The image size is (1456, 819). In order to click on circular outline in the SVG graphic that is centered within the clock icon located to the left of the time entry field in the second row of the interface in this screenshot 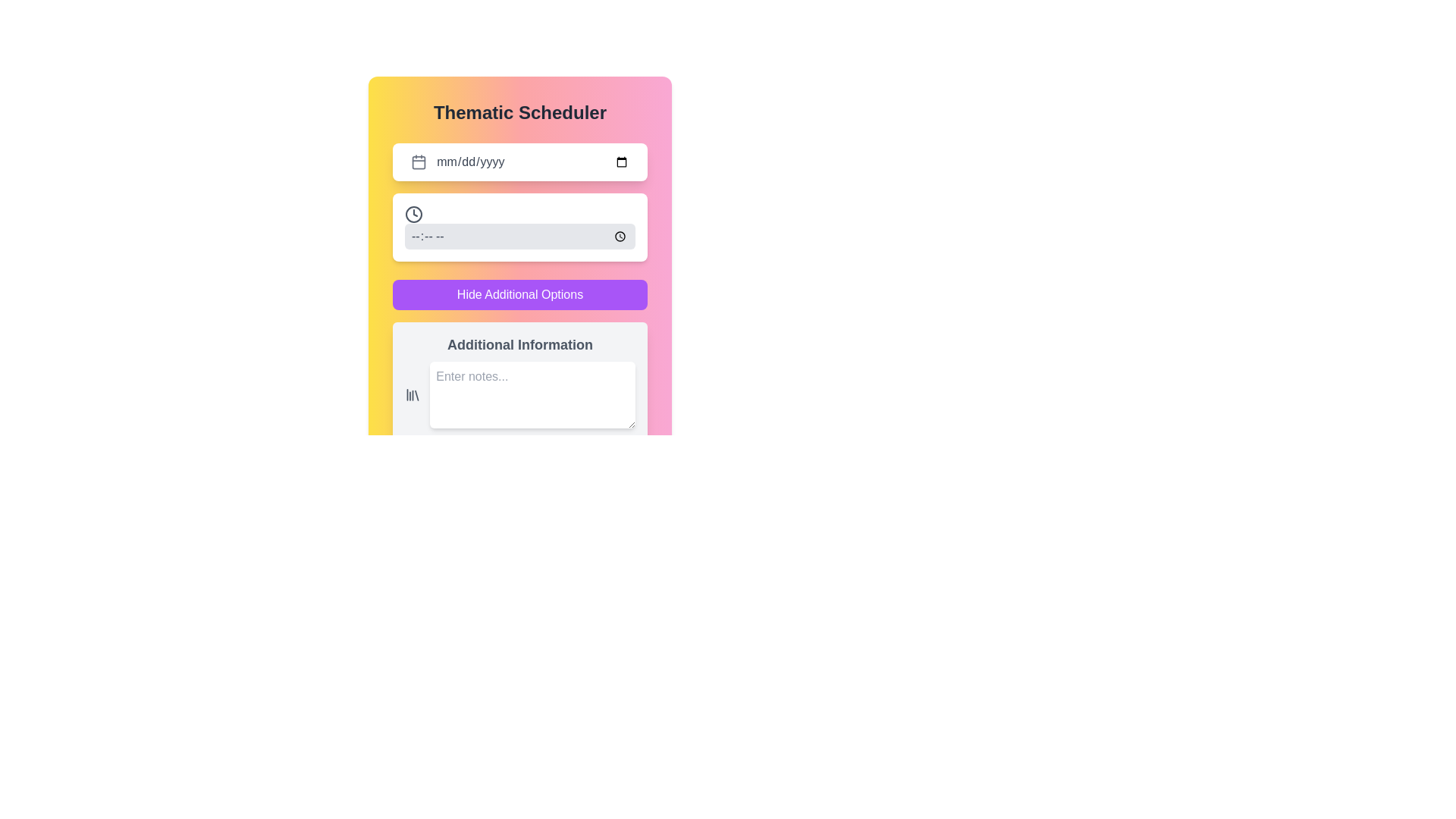, I will do `click(414, 214)`.